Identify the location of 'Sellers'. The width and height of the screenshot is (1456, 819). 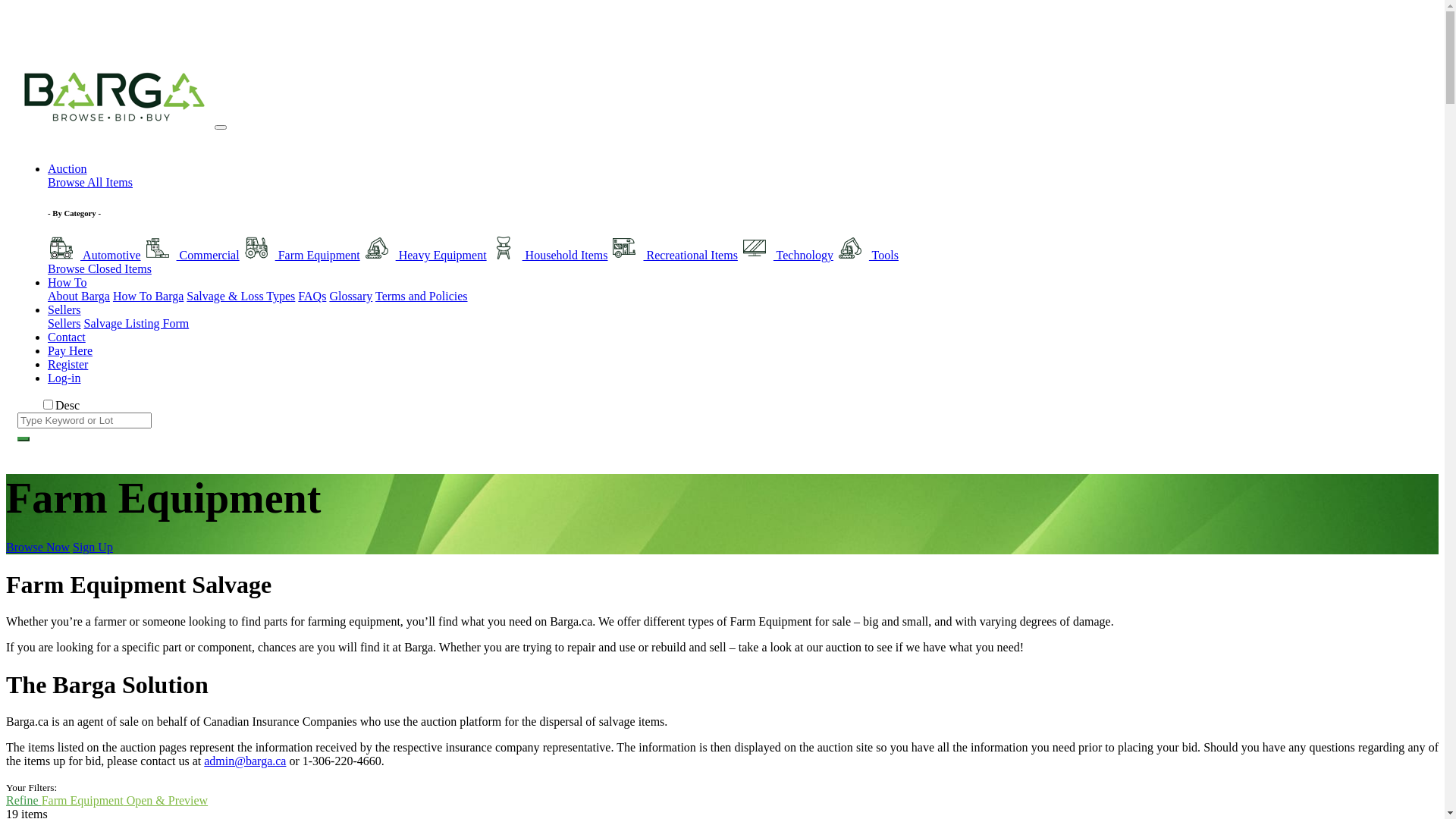
(64, 309).